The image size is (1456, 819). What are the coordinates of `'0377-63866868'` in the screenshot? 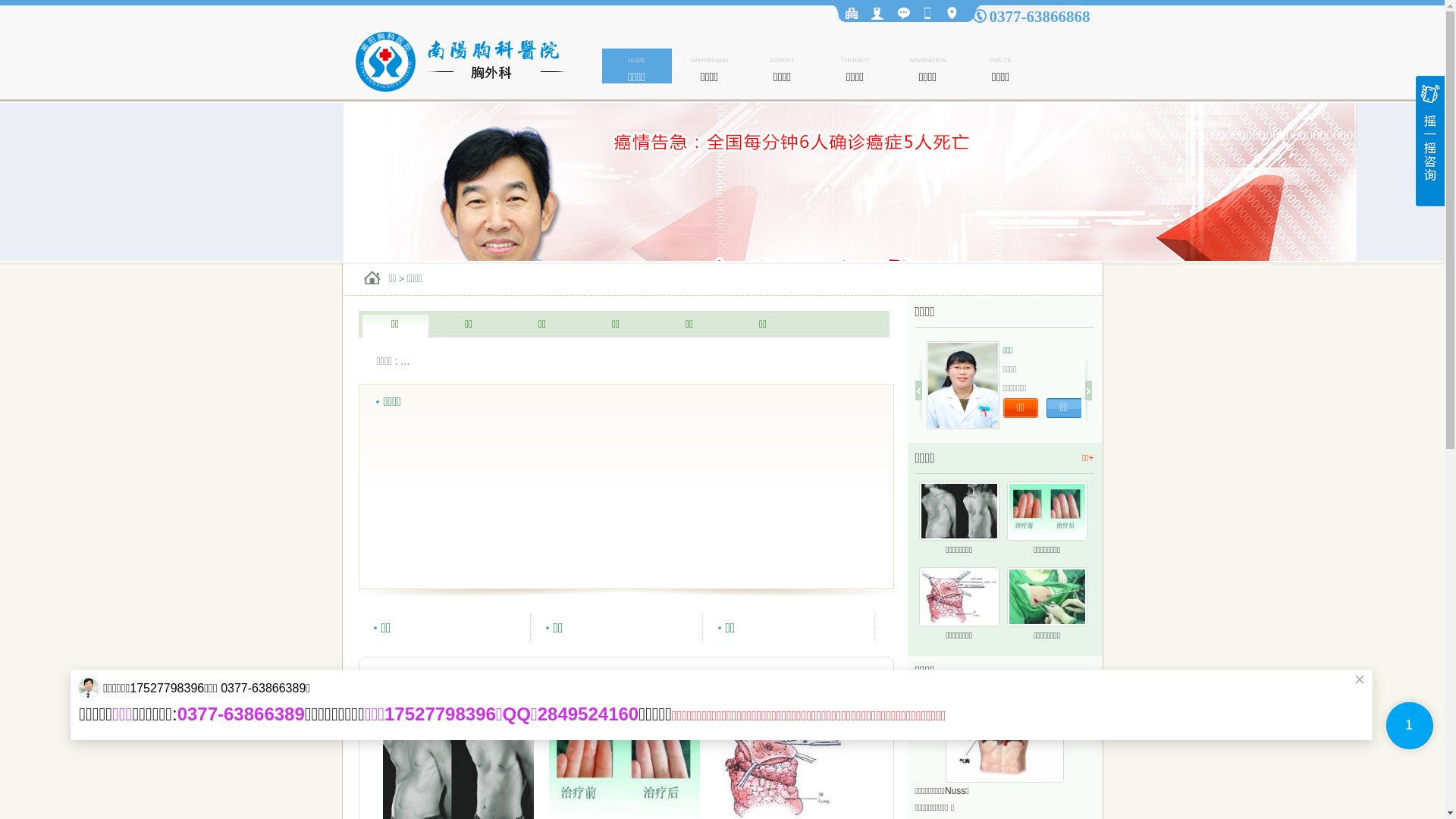 It's located at (1038, 17).